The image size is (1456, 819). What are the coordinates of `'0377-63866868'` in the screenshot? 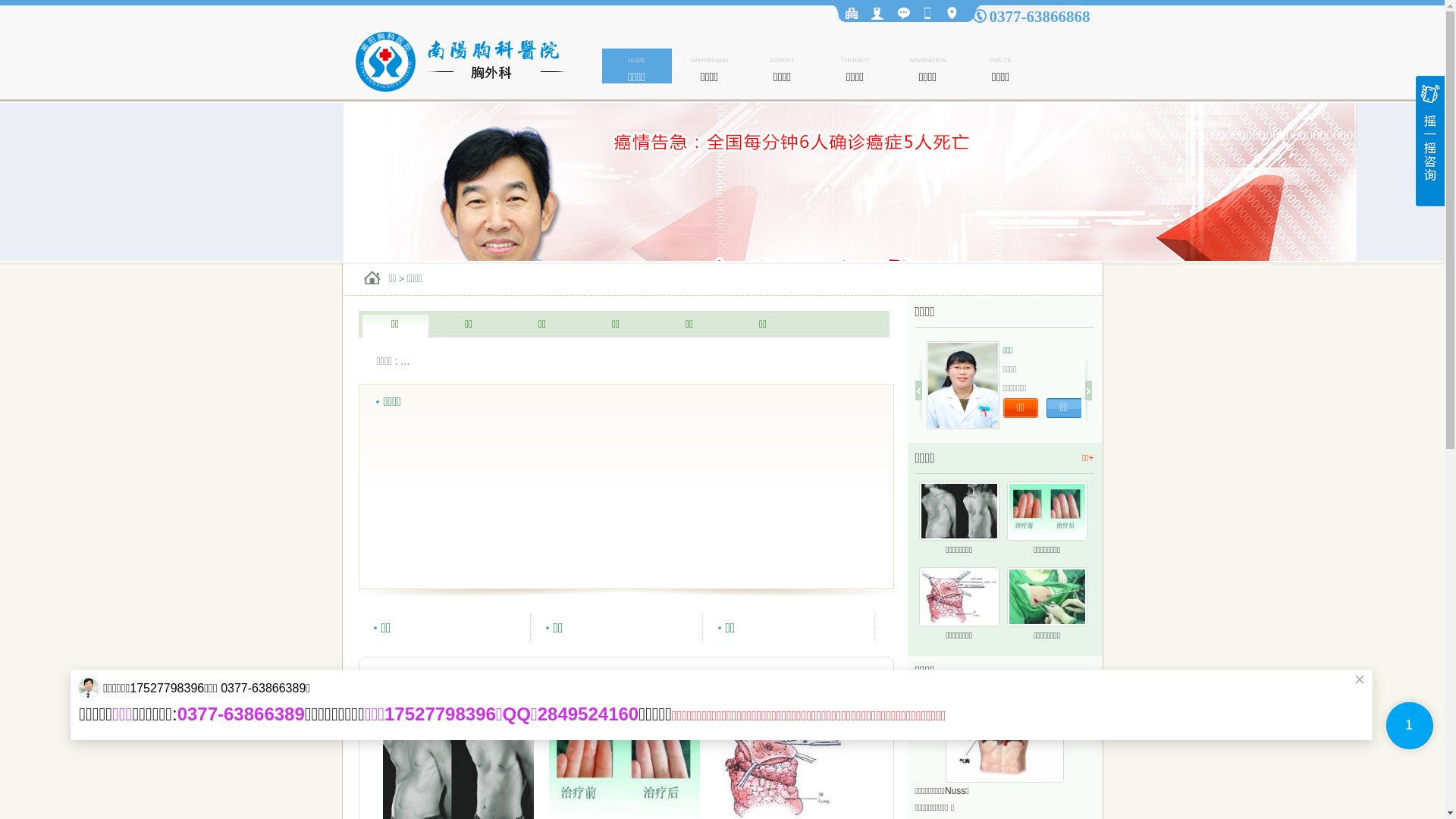 It's located at (1038, 17).